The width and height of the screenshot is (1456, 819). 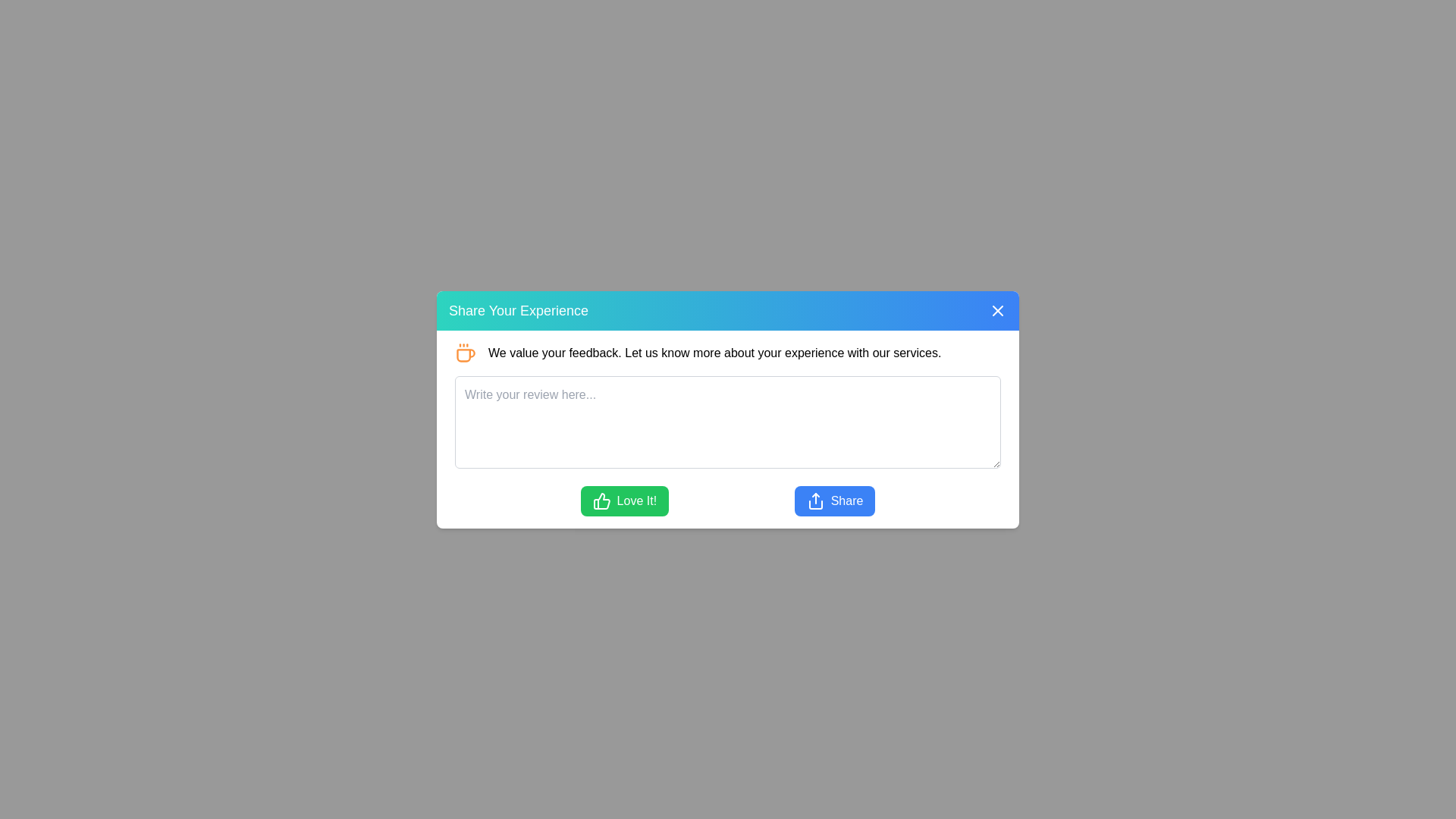 I want to click on the close button located in the top right corner of the 'Share Your Experience' modal, so click(x=997, y=309).